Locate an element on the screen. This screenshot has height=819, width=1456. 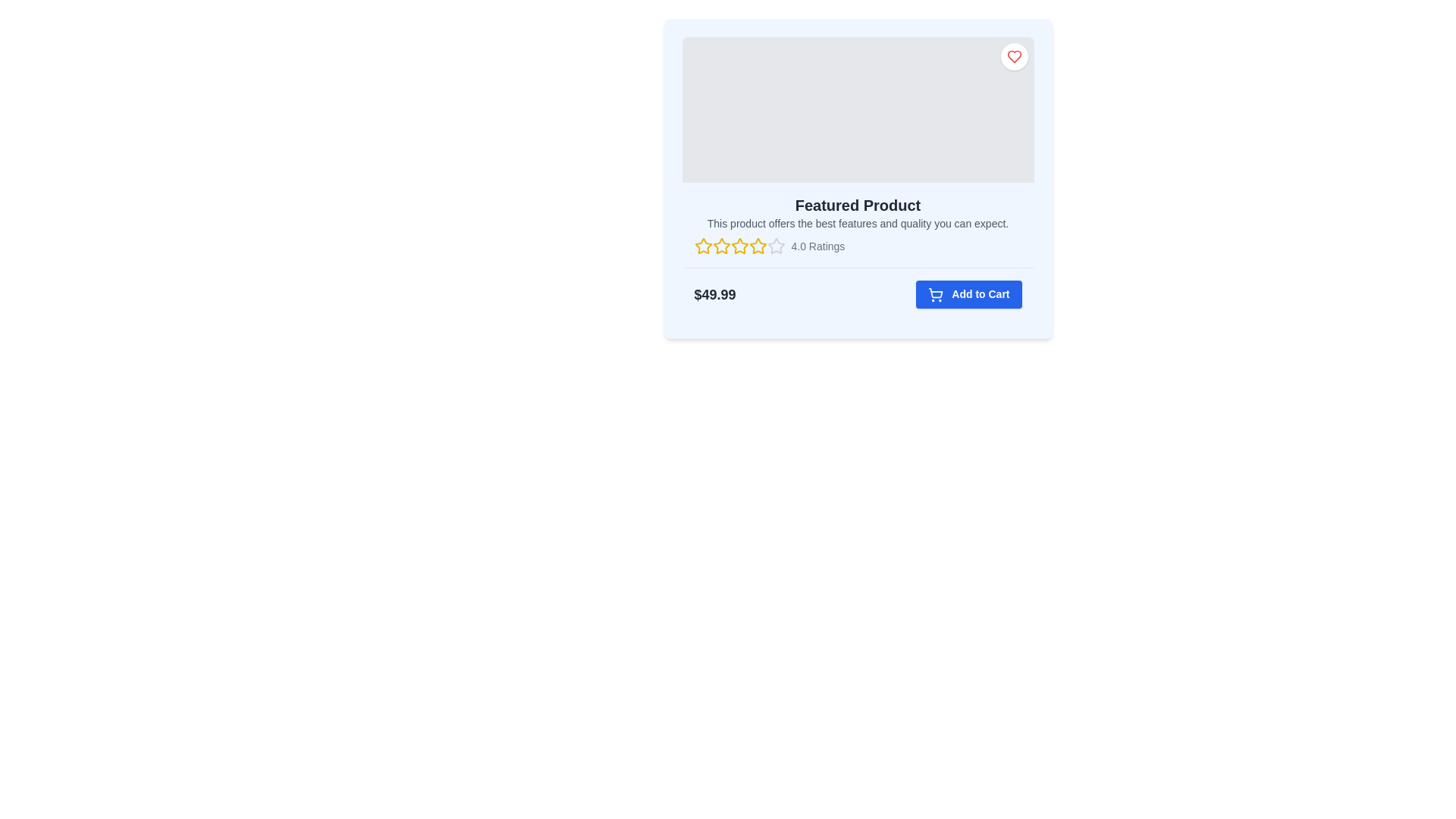
the like icon button located in the top-right corner of the card component is located at coordinates (1014, 55).